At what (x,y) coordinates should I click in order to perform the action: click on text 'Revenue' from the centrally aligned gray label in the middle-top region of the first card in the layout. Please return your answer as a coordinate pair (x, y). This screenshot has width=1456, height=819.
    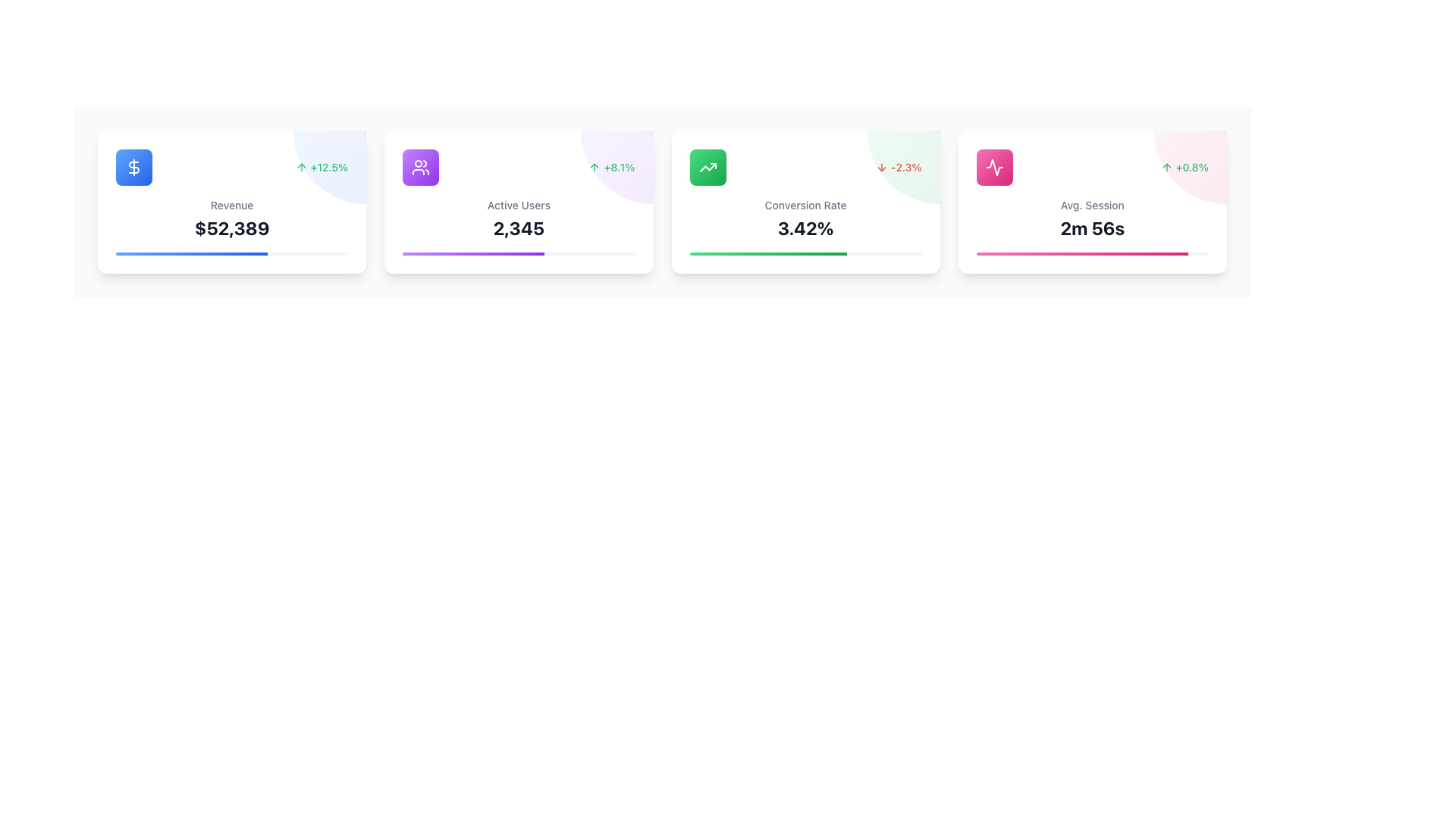
    Looking at the image, I should click on (231, 205).